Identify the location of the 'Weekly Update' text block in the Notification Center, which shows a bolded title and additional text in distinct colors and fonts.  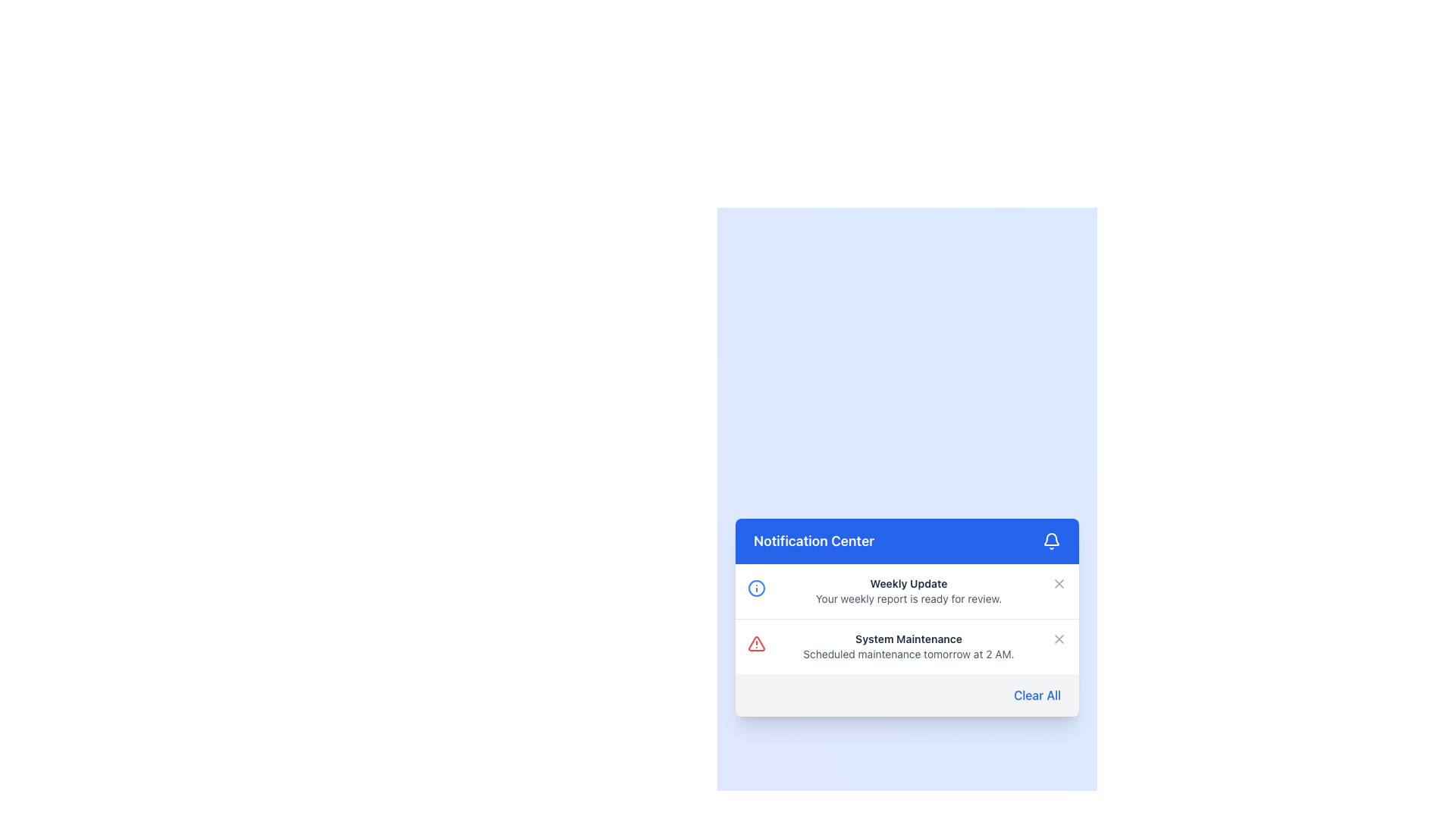
(908, 590).